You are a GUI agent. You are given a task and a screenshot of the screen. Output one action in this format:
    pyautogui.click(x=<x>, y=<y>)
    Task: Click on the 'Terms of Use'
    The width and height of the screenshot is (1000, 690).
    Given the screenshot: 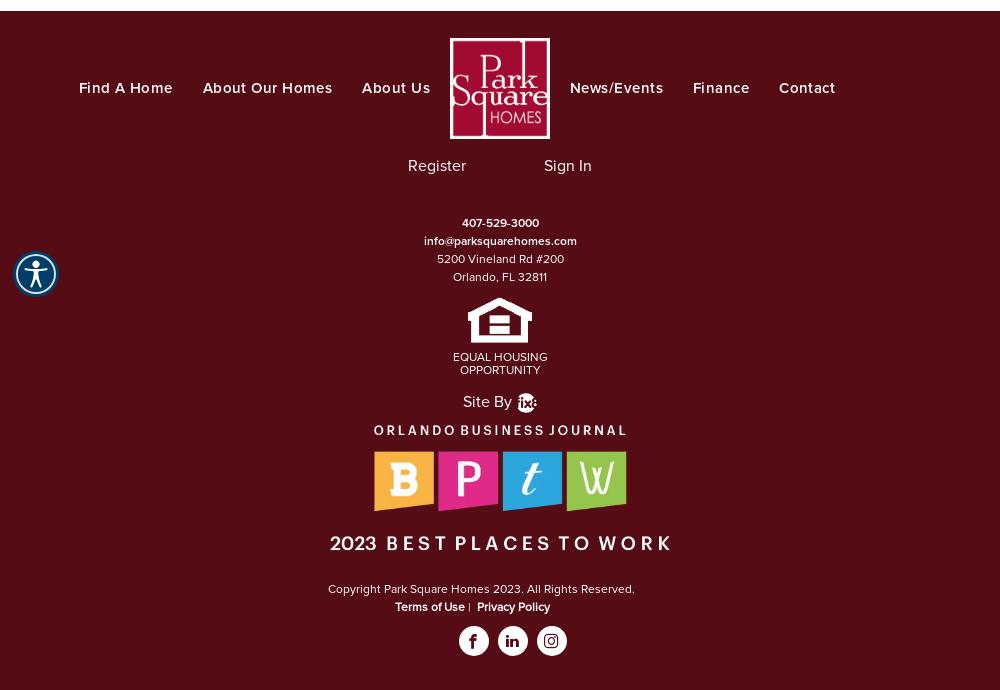 What is the action you would take?
    pyautogui.click(x=430, y=605)
    